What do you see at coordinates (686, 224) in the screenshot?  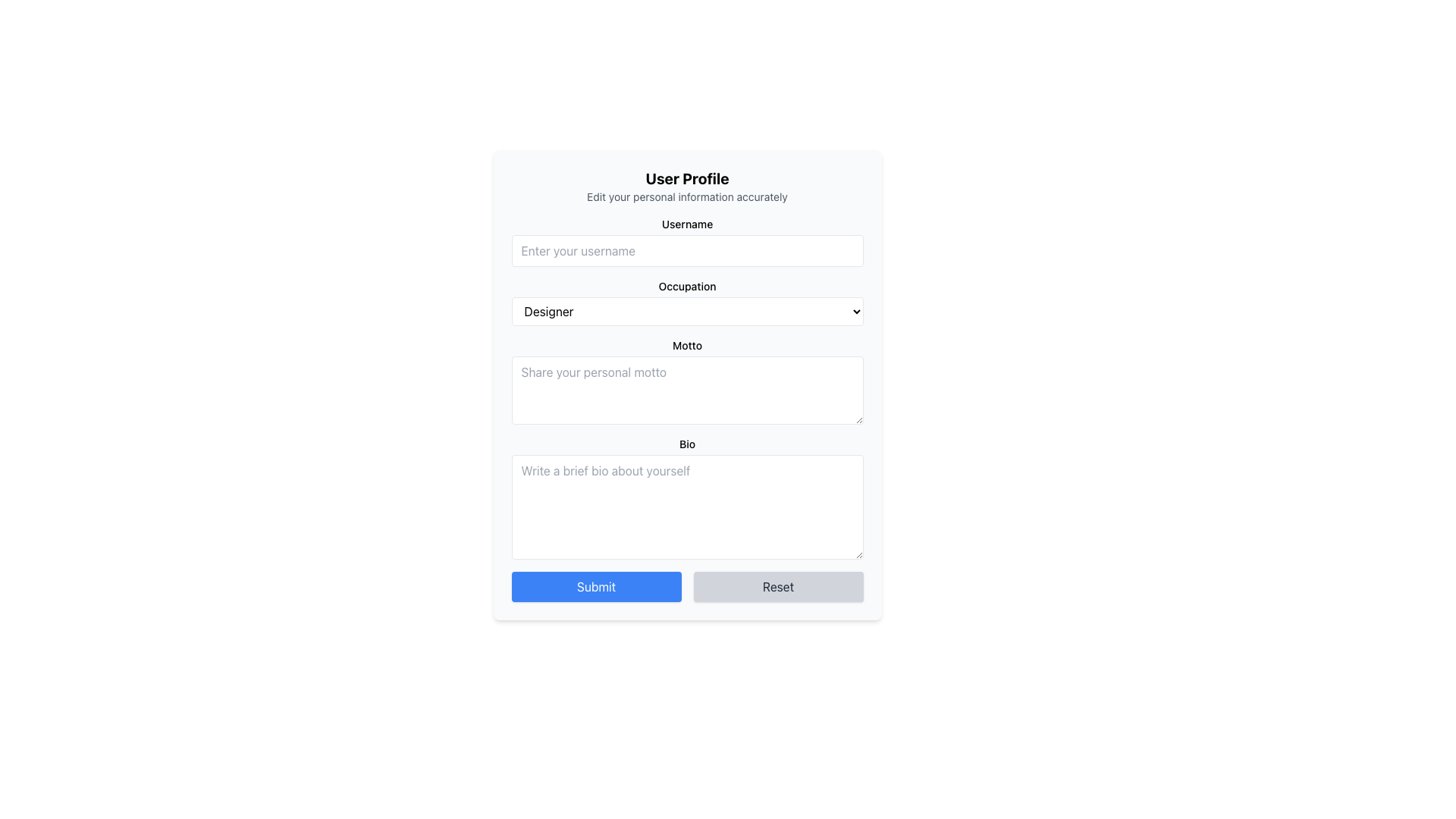 I see `'Username' label, which is a small text label in a sans-serif font, positioned above the text input field for entering the username` at bounding box center [686, 224].